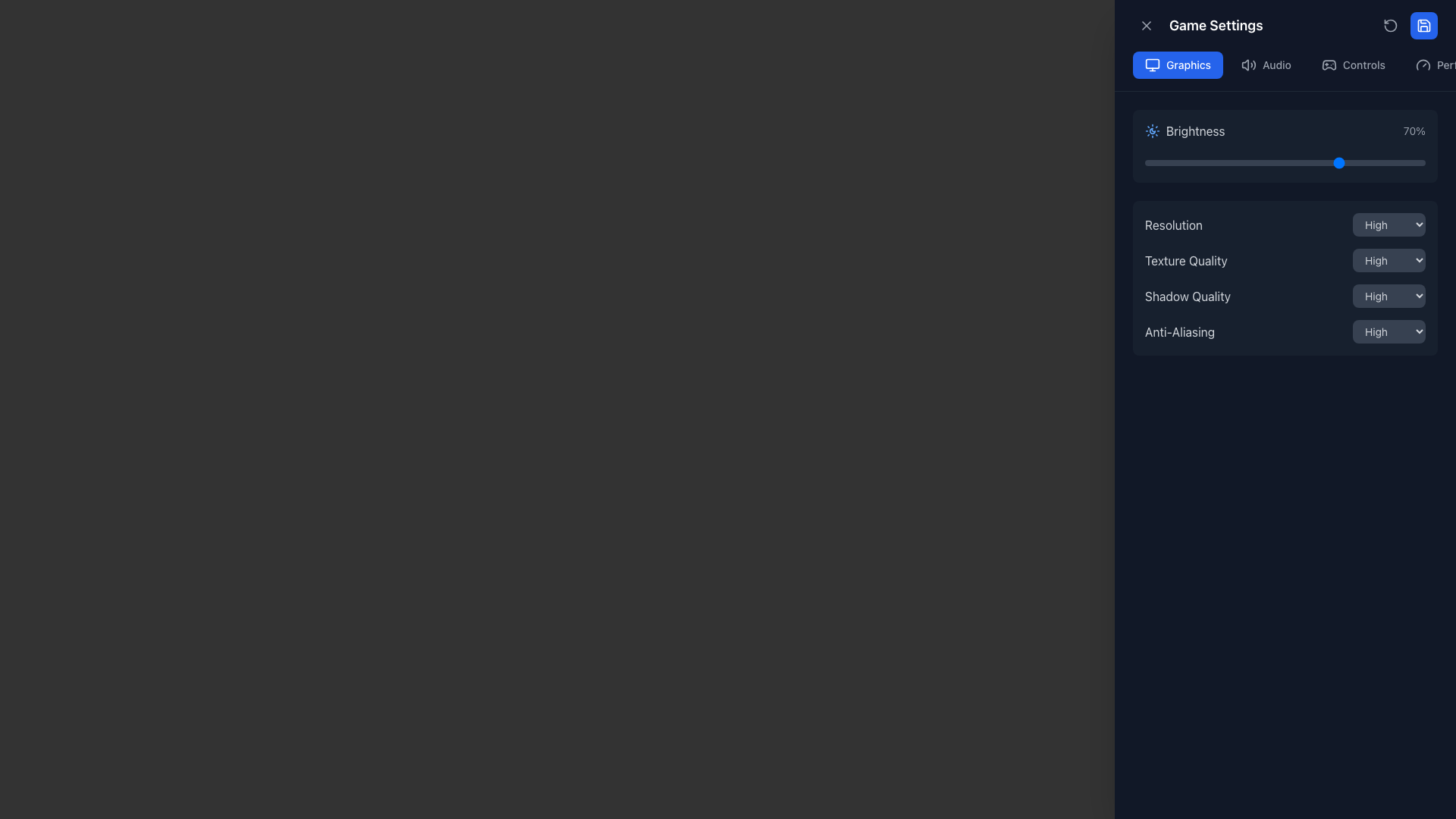 This screenshot has height=819, width=1456. What do you see at coordinates (1389, 331) in the screenshot?
I see `the dropdown button for the 'Anti-Aliasing' setting` at bounding box center [1389, 331].